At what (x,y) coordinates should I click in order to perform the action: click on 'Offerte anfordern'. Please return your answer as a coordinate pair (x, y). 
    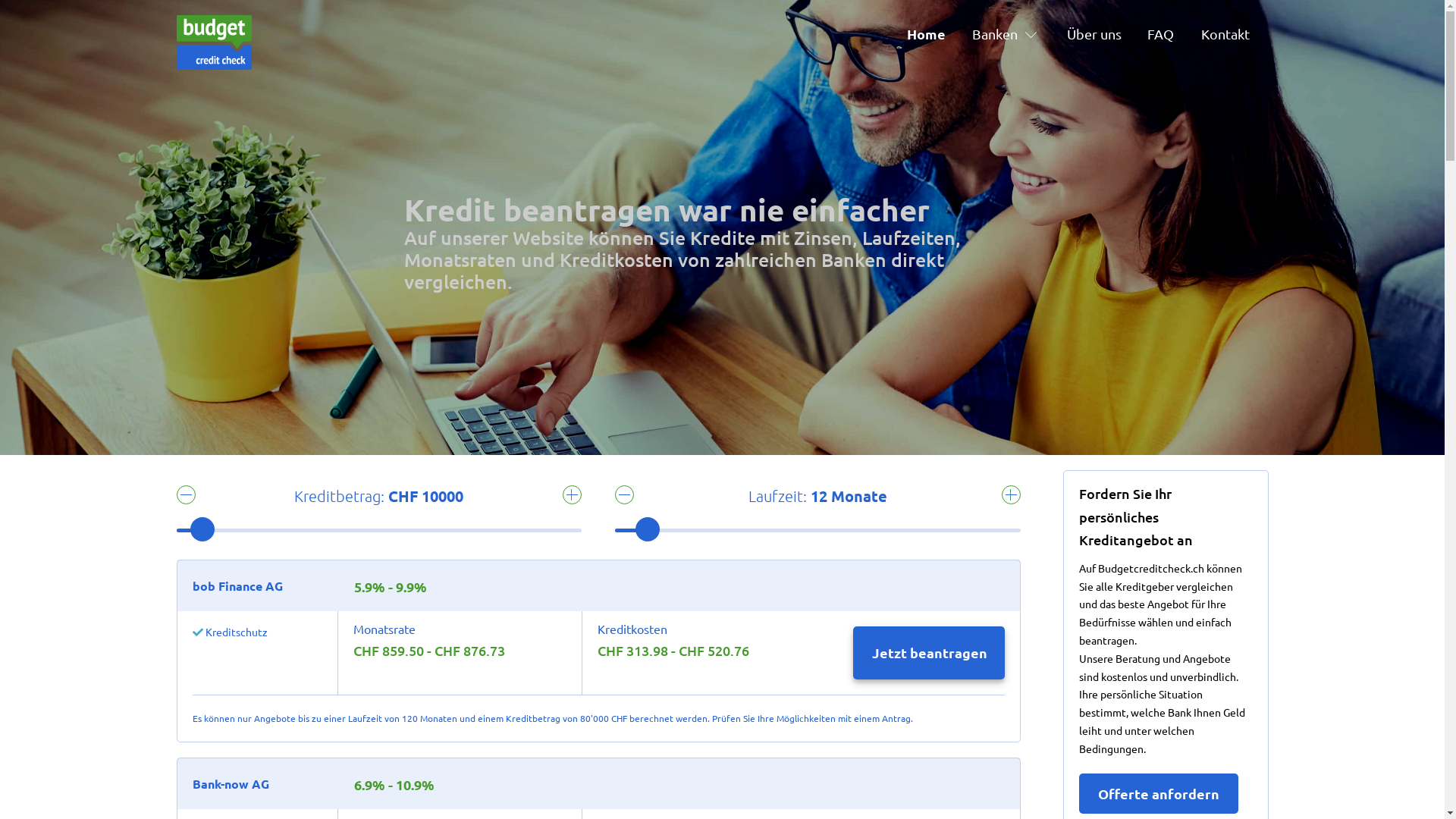
    Looking at the image, I should click on (1157, 792).